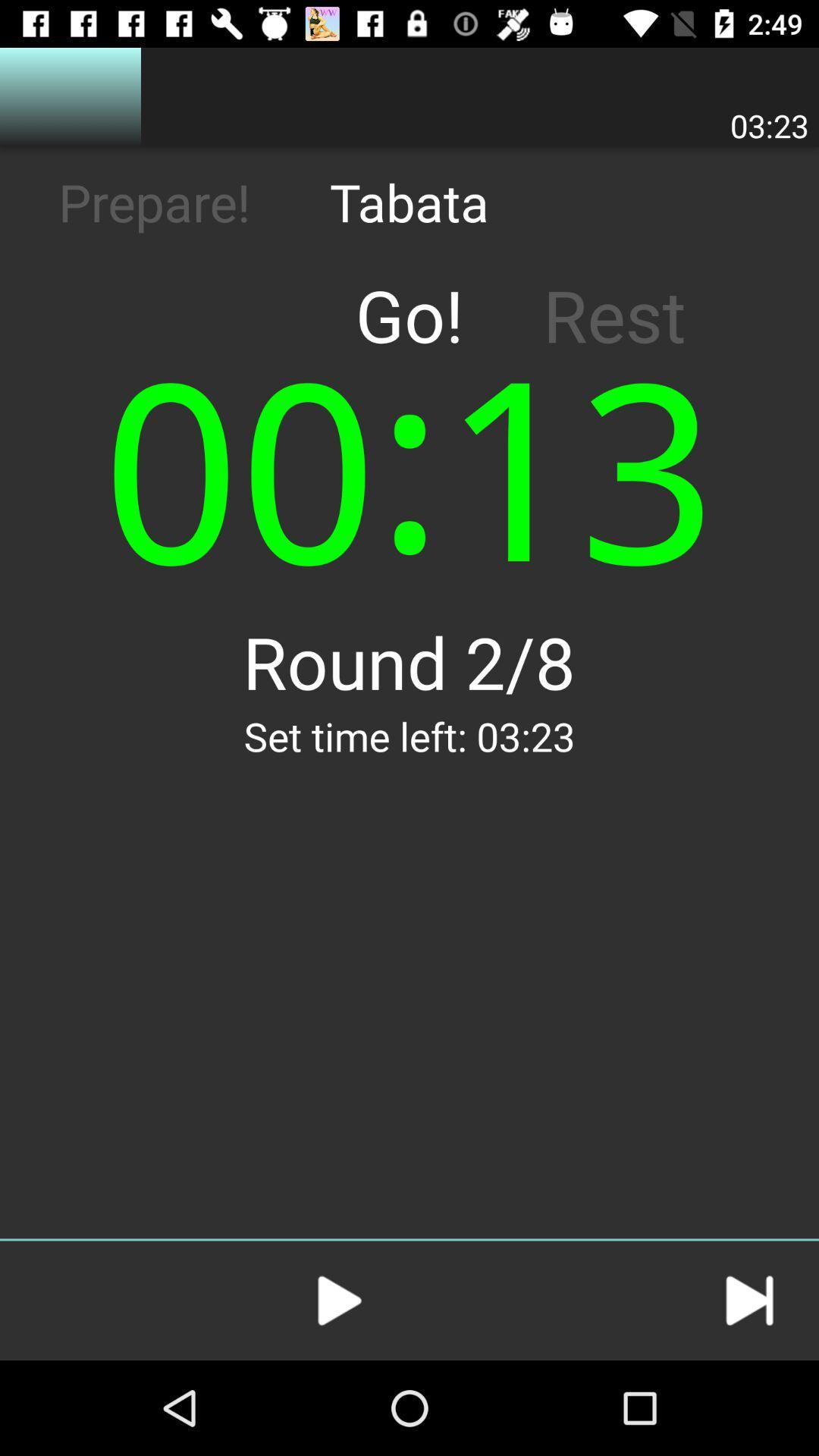 This screenshot has width=819, height=1456. What do you see at coordinates (339, 1300) in the screenshot?
I see `start workout` at bounding box center [339, 1300].